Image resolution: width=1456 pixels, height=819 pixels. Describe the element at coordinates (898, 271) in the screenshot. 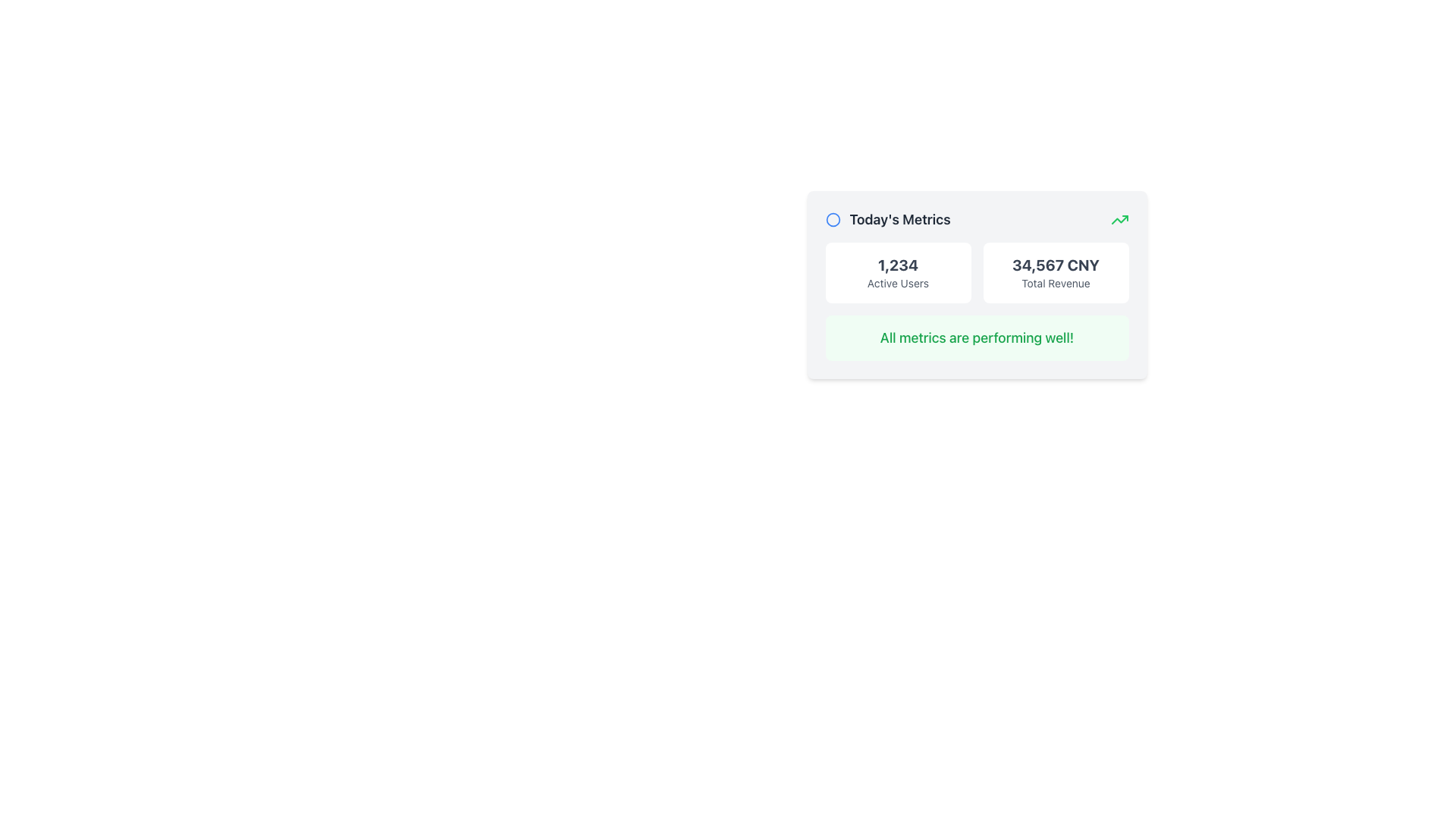

I see `the Metric display card that shows '1,234 Active Users', which has a white background and rounded corners, positioned in a grid layout above the message 'All metrics are performing well!'` at that location.